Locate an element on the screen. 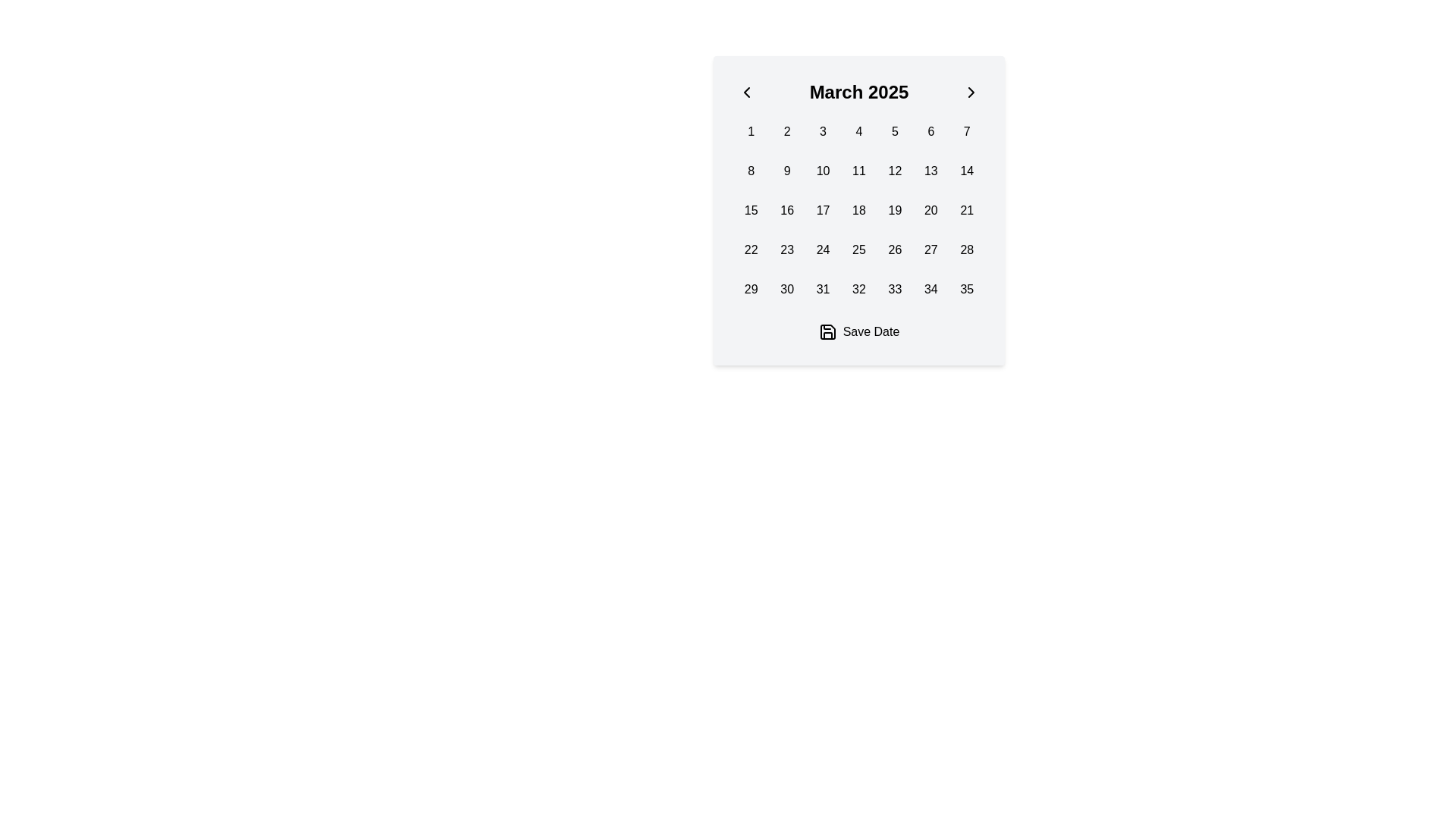 The image size is (1456, 819). the selectable day button '10' in the March 2025 calendar interface is located at coordinates (822, 171).